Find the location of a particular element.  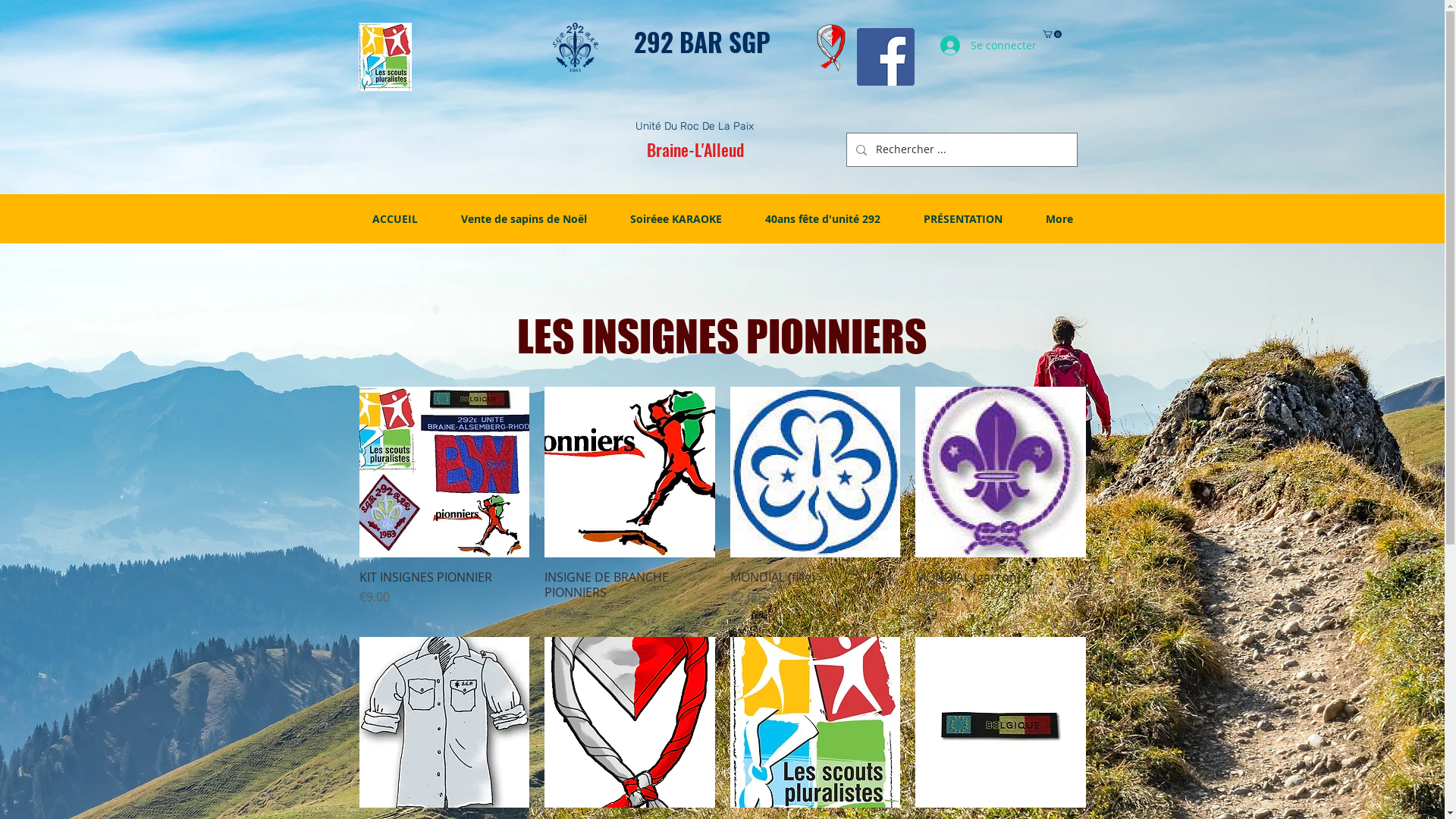

'Se connecter' is located at coordinates (975, 45).